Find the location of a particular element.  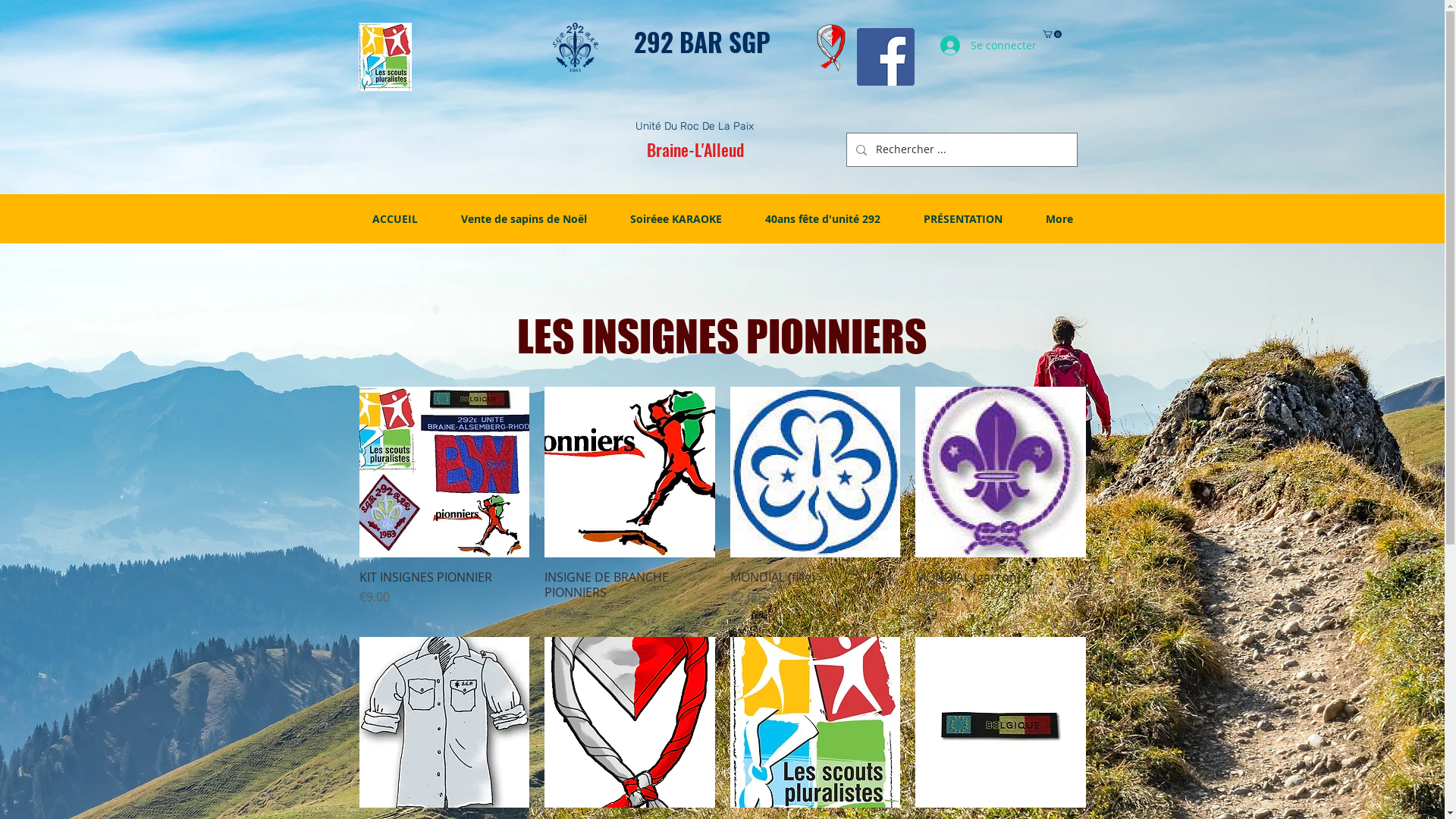

'Se connecter' is located at coordinates (975, 45).